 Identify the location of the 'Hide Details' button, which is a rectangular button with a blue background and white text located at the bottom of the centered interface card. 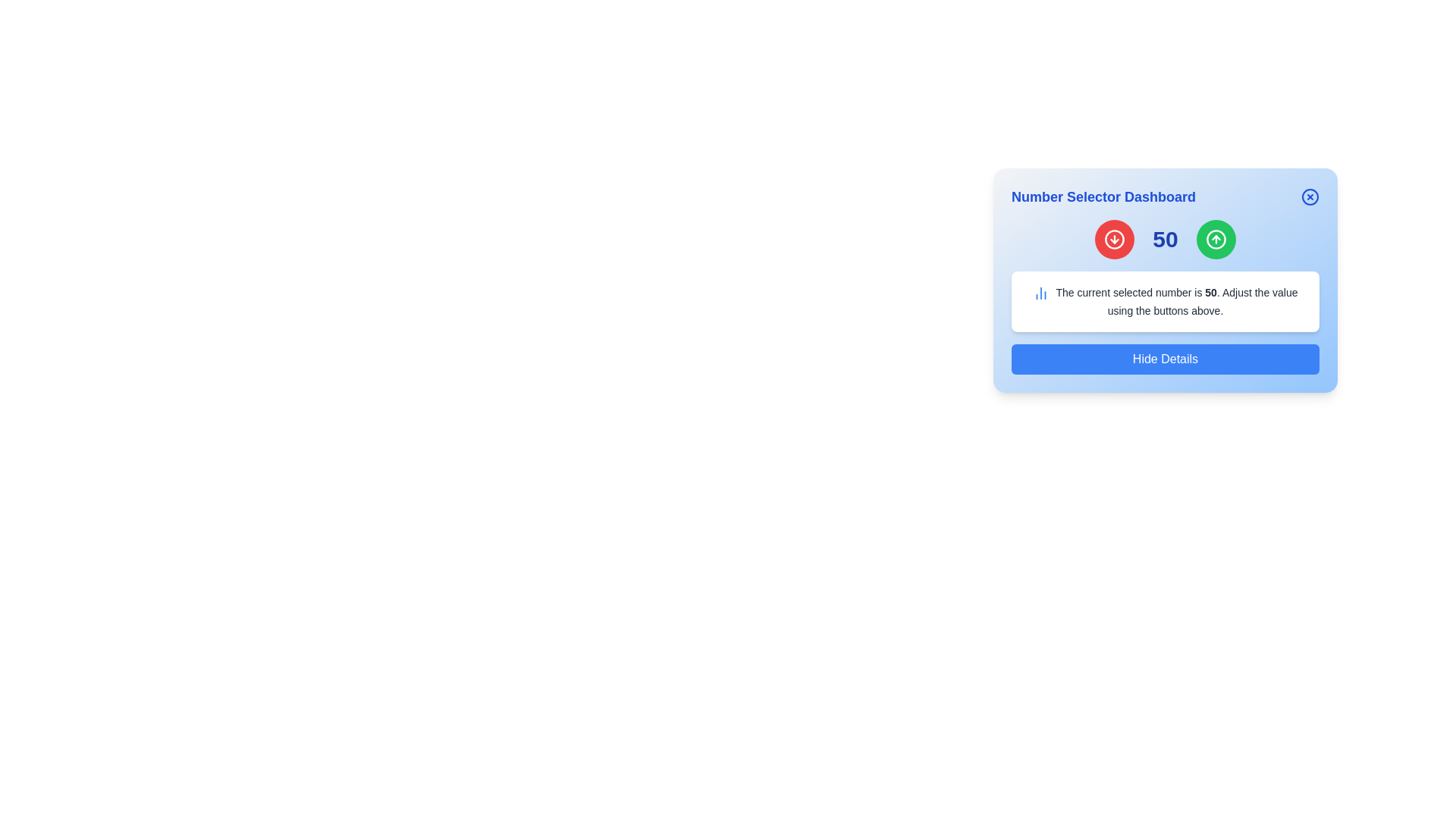
(1164, 359).